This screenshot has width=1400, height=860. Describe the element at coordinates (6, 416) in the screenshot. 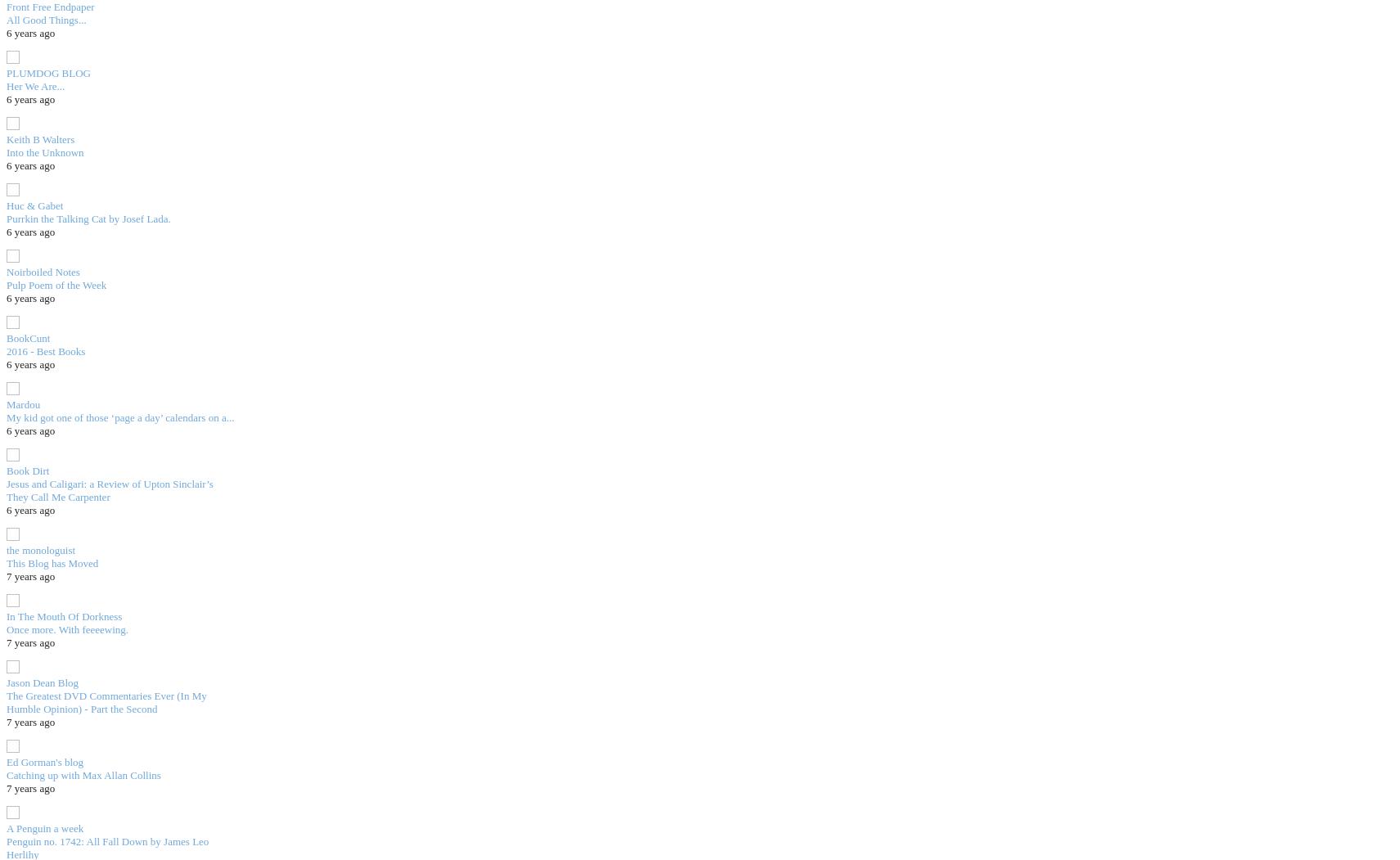

I see `'My kid got one of those ‘page a day’ calendars on a...'` at that location.